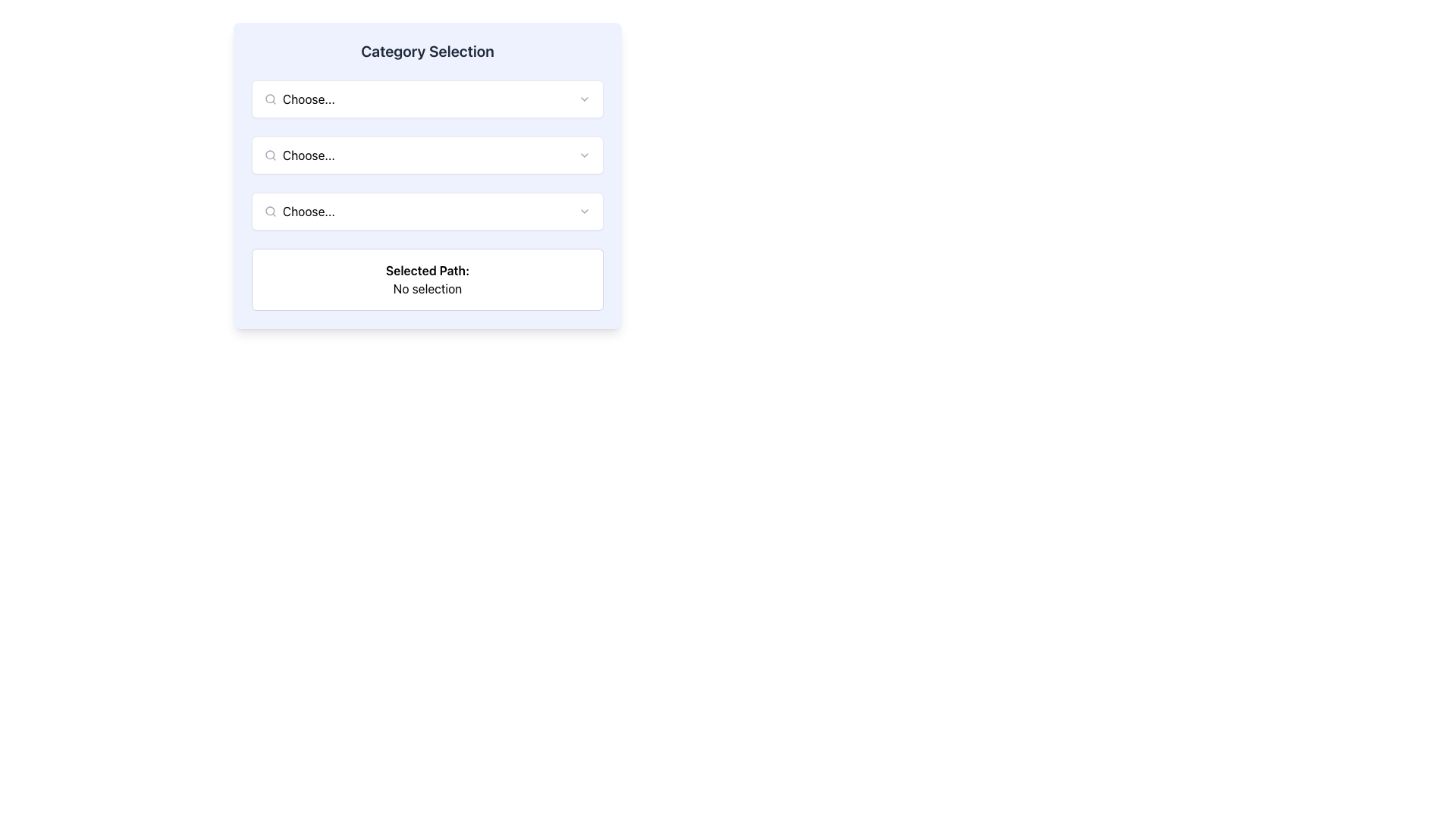  I want to click on the dropdown menu input field located in the second row of the 'Category Selection' section, so click(429, 155).